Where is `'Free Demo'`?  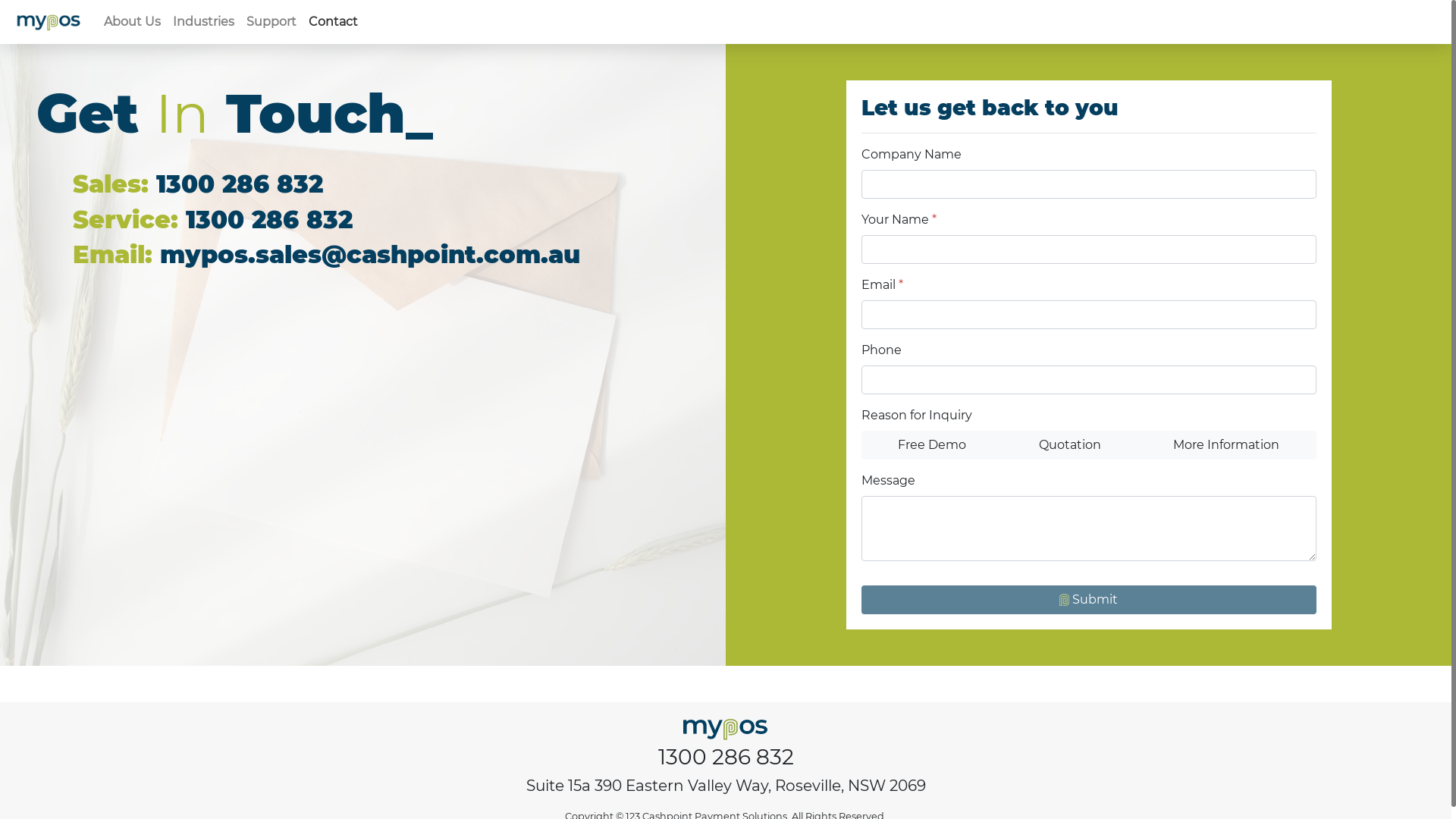
'Free Demo' is located at coordinates (931, 444).